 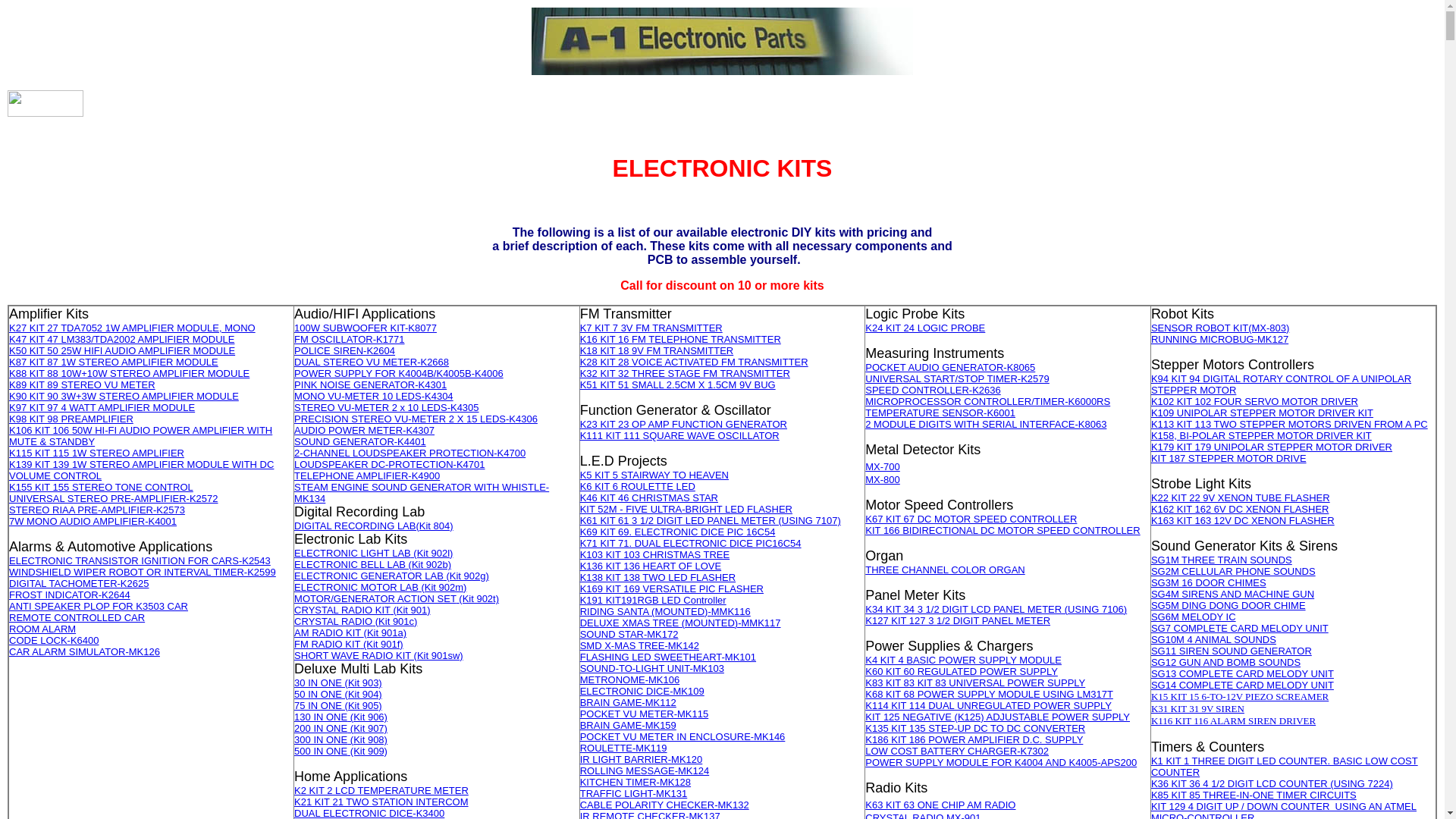 I want to click on 'K186 KIT 186 POWER AMPLIFIER D.C. SUPPLY', so click(x=974, y=739).